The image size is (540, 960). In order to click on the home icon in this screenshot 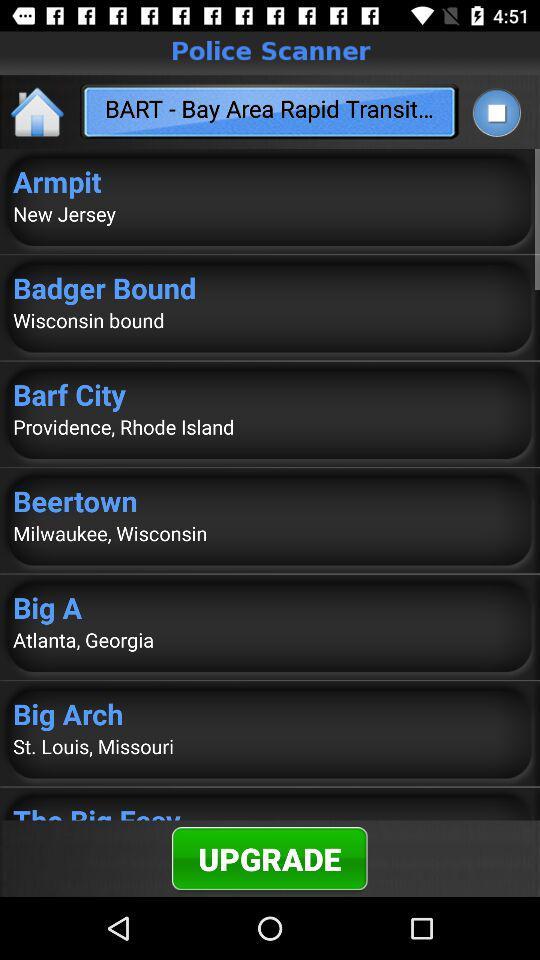, I will do `click(38, 111)`.